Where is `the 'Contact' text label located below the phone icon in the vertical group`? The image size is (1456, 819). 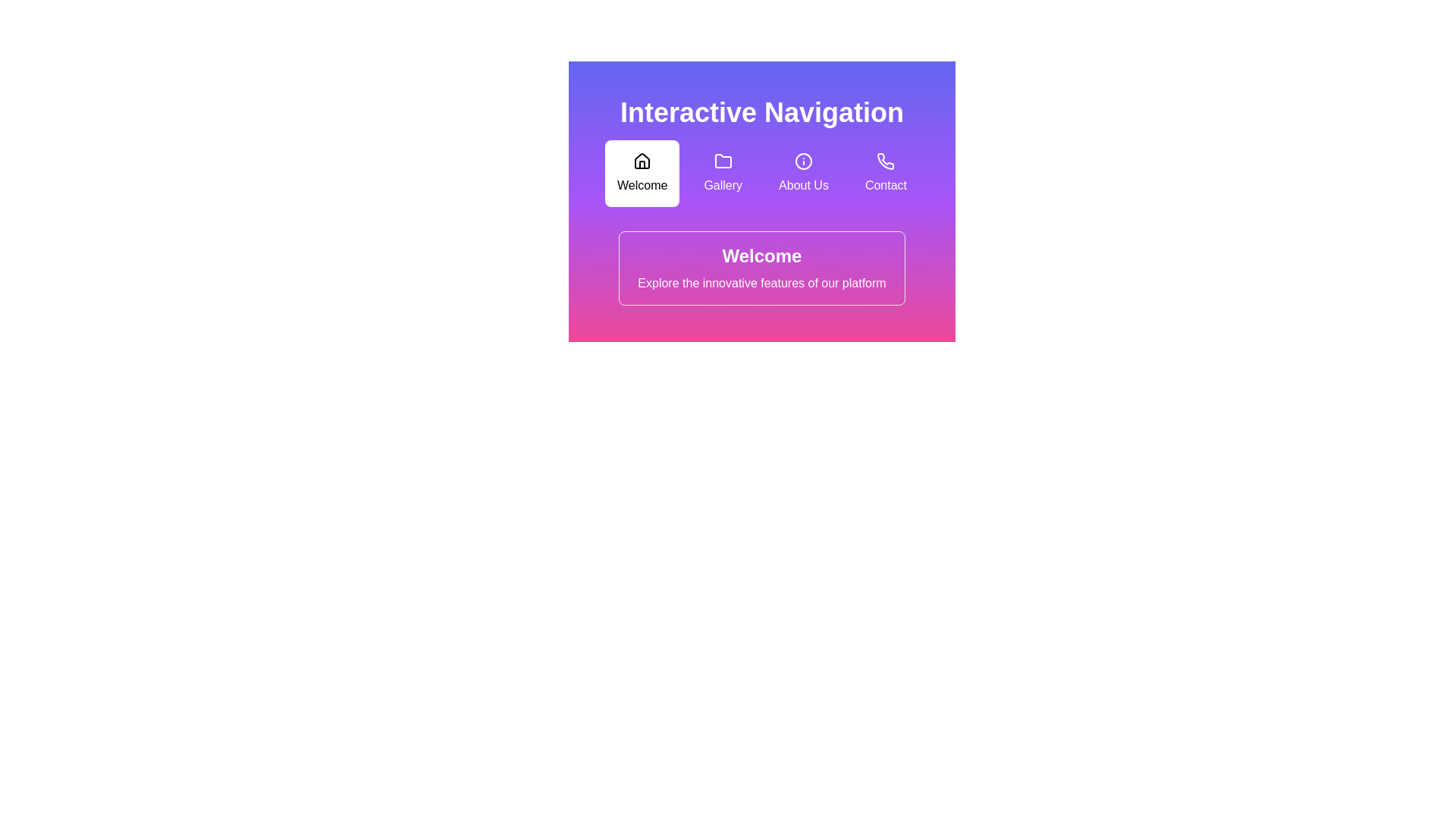 the 'Contact' text label located below the phone icon in the vertical group is located at coordinates (886, 185).